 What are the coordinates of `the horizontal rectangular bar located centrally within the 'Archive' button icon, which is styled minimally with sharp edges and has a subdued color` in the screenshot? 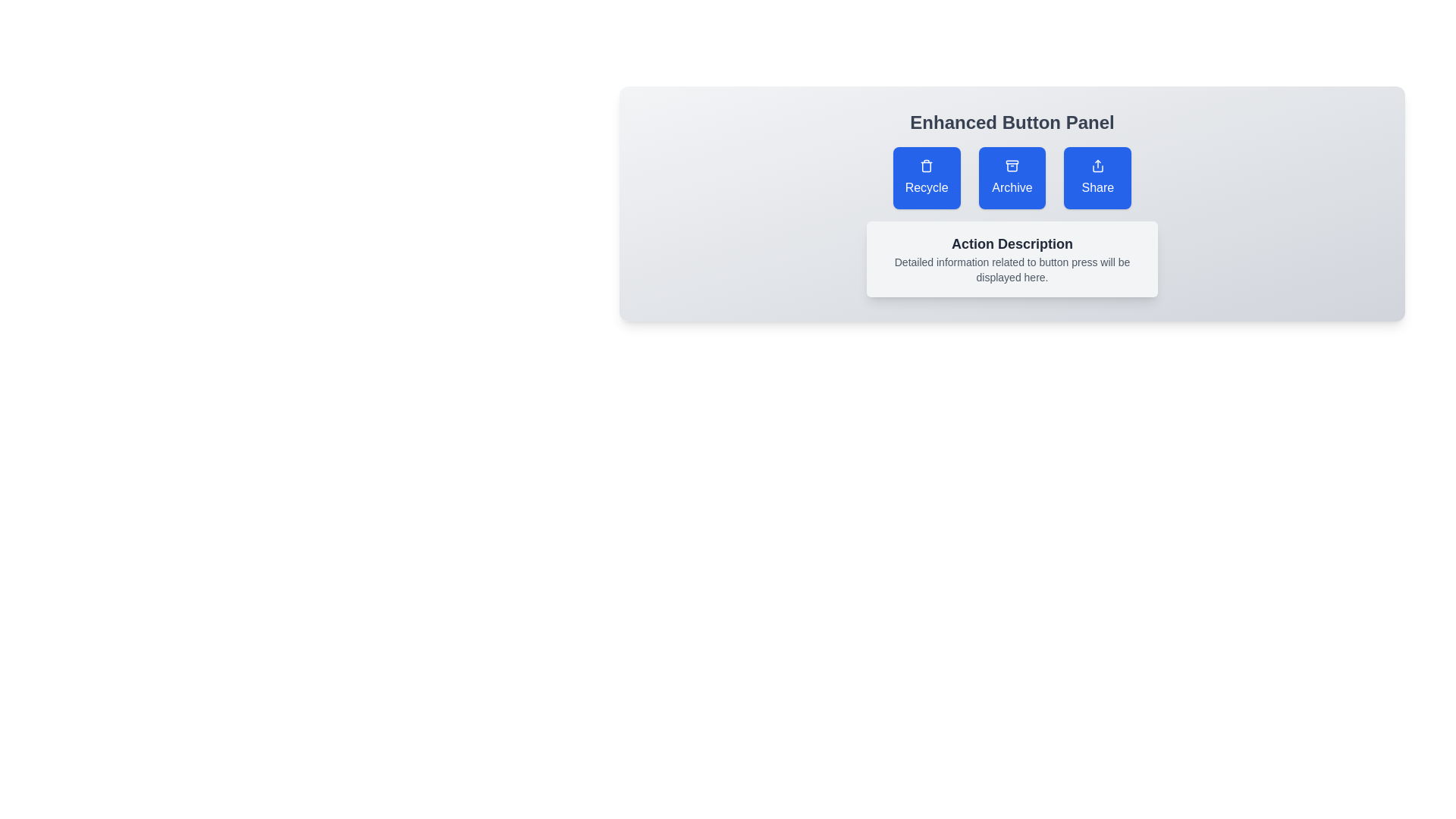 It's located at (1012, 162).